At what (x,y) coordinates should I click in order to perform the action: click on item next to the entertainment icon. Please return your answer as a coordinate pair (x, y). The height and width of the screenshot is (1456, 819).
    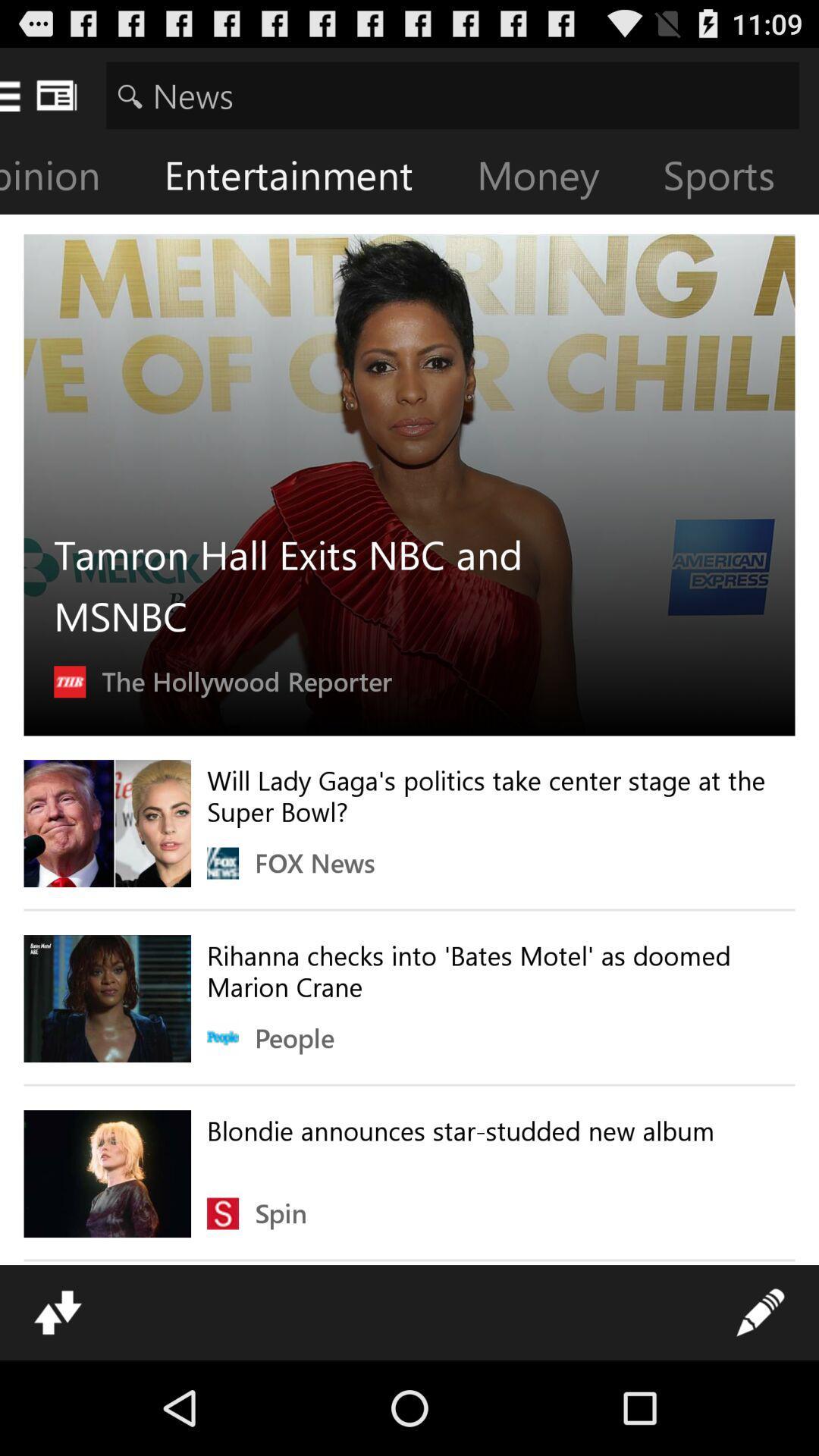
    Looking at the image, I should click on (72, 178).